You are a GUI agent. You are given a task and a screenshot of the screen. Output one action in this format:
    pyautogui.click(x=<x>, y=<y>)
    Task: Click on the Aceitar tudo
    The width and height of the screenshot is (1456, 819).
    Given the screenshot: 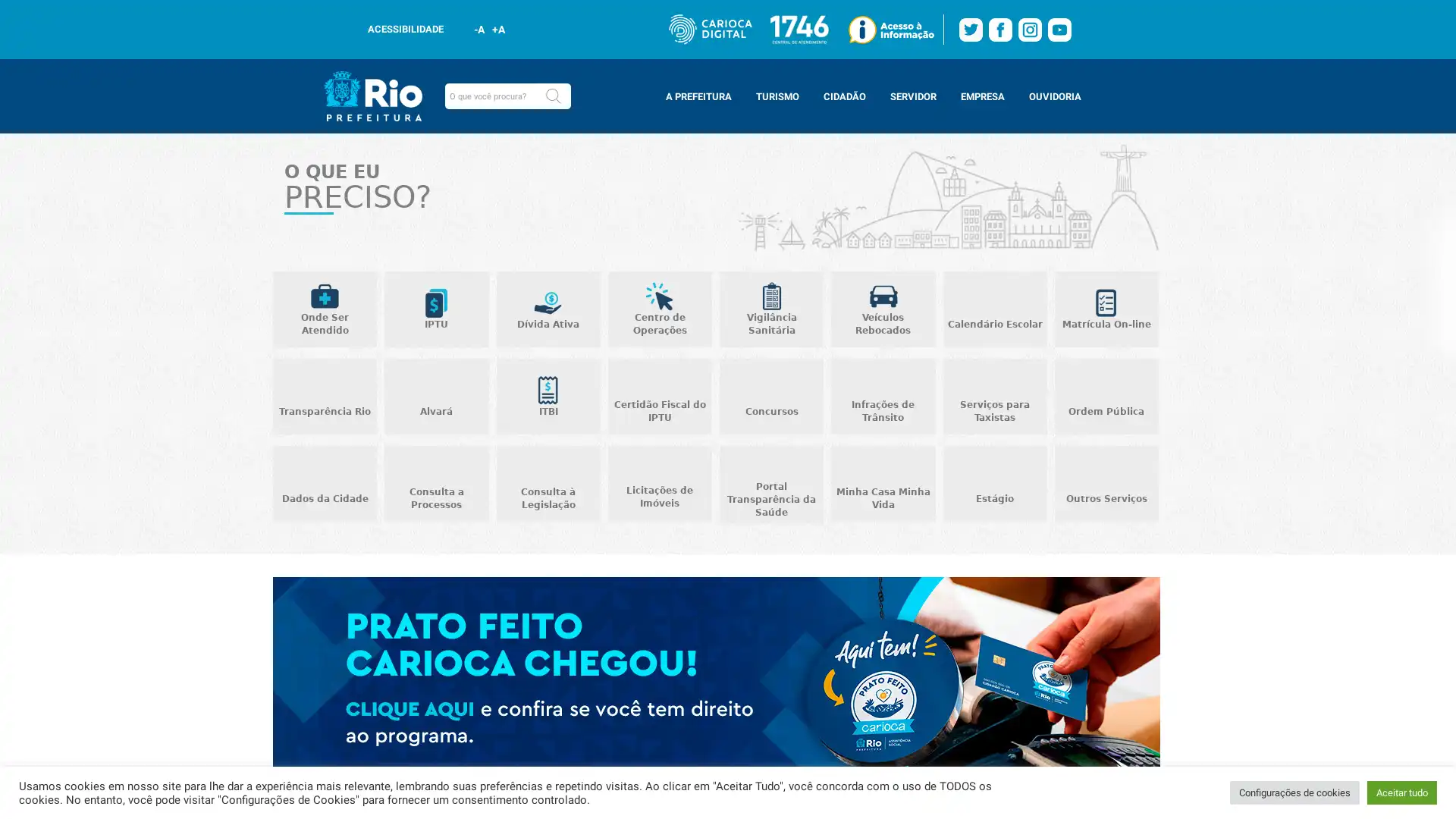 What is the action you would take?
    pyautogui.click(x=1401, y=792)
    